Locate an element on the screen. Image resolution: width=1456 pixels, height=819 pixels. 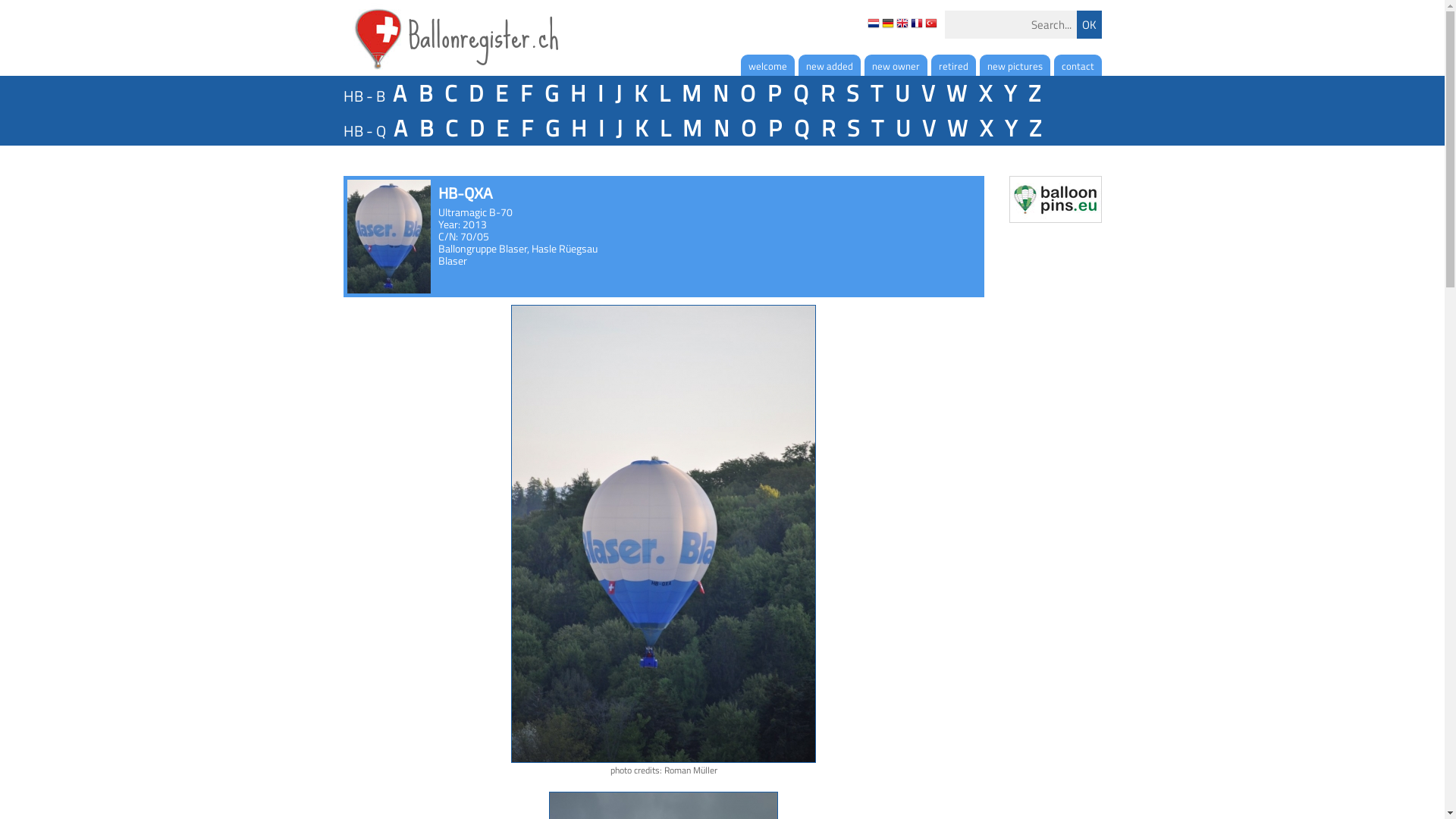
'M' is located at coordinates (676, 127).